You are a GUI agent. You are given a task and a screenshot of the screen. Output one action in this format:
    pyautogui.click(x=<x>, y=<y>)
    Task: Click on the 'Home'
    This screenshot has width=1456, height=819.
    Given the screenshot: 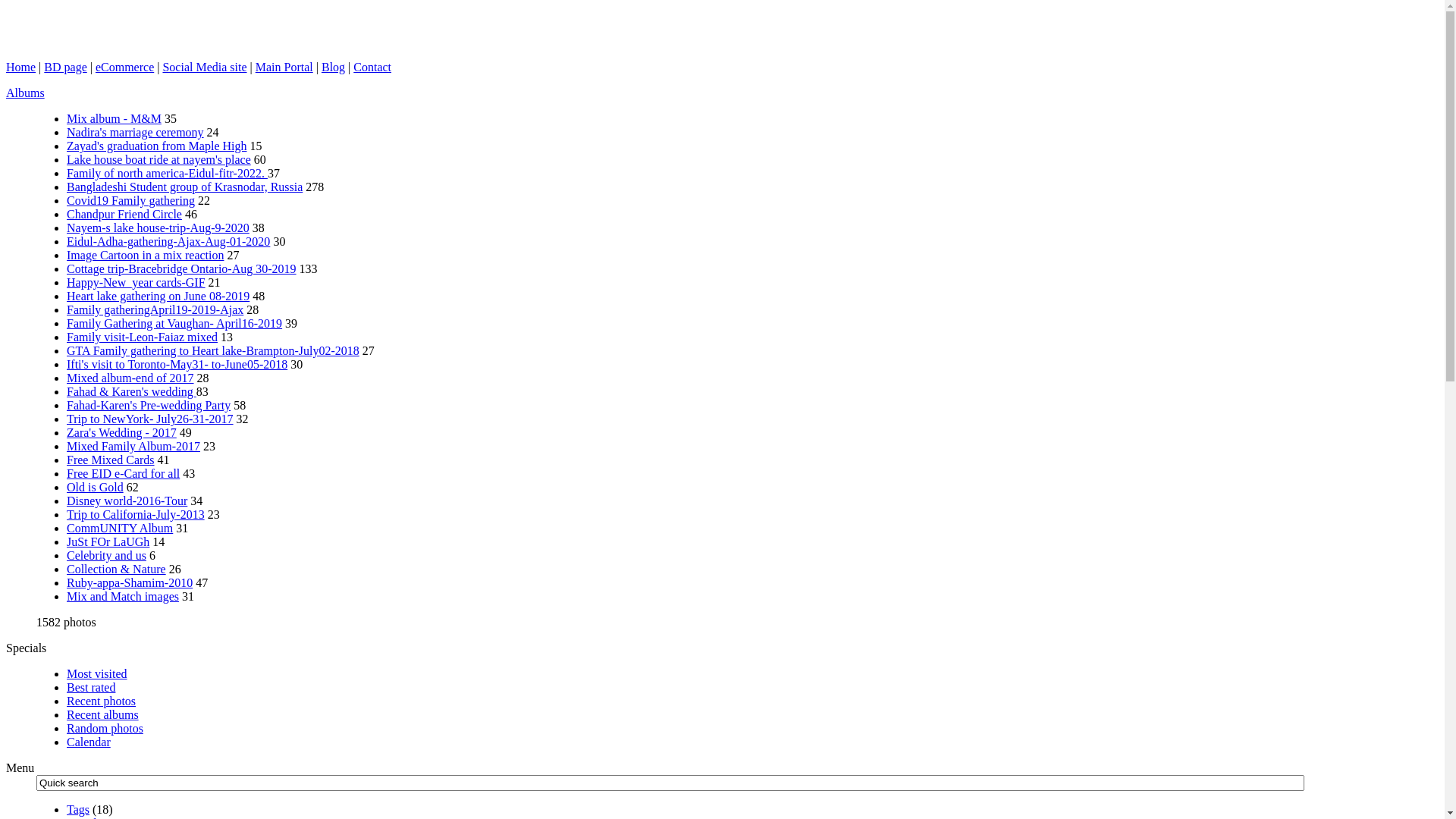 What is the action you would take?
    pyautogui.click(x=20, y=66)
    